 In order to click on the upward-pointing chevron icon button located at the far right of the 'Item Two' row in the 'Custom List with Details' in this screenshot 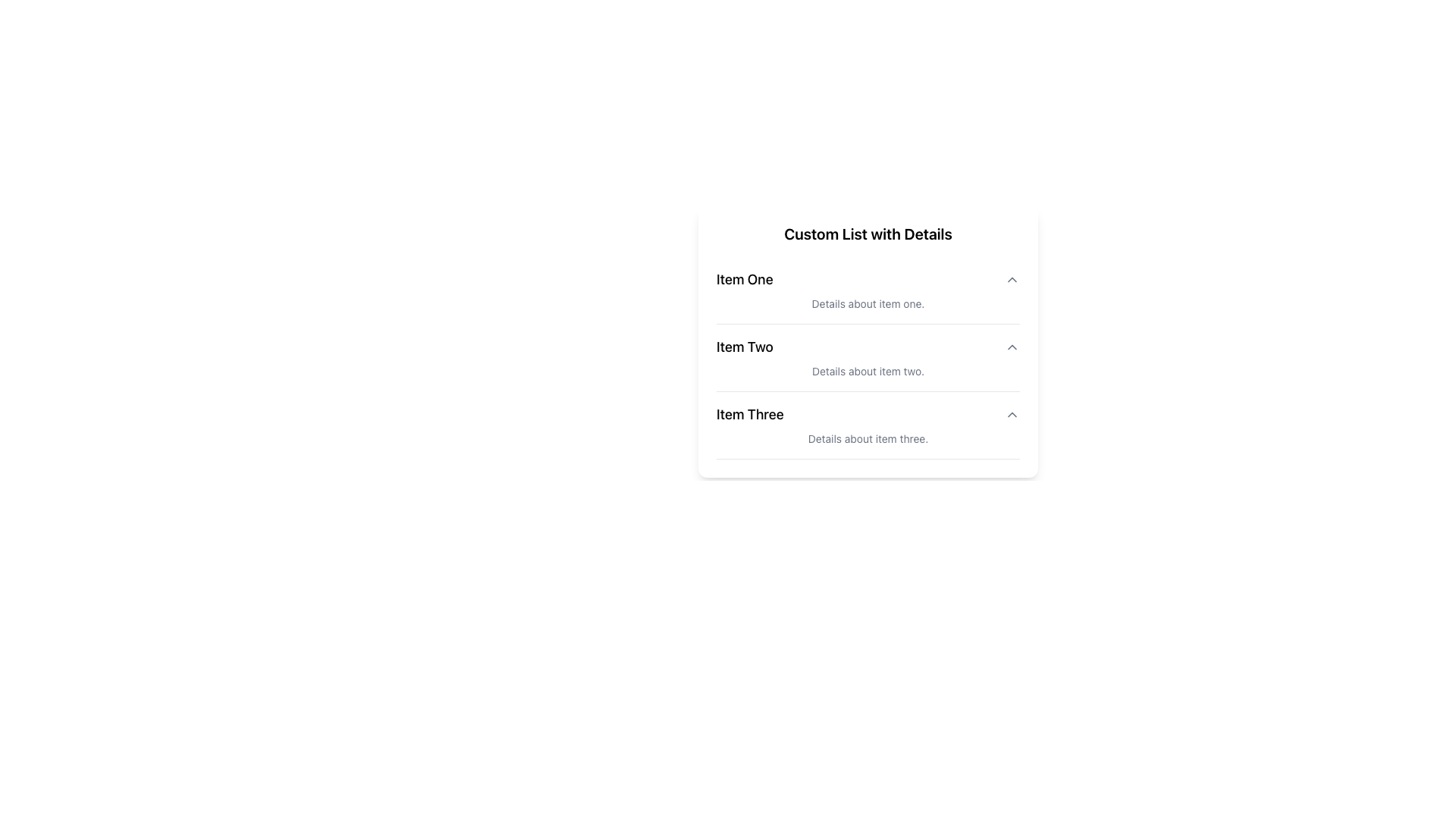, I will do `click(1012, 347)`.